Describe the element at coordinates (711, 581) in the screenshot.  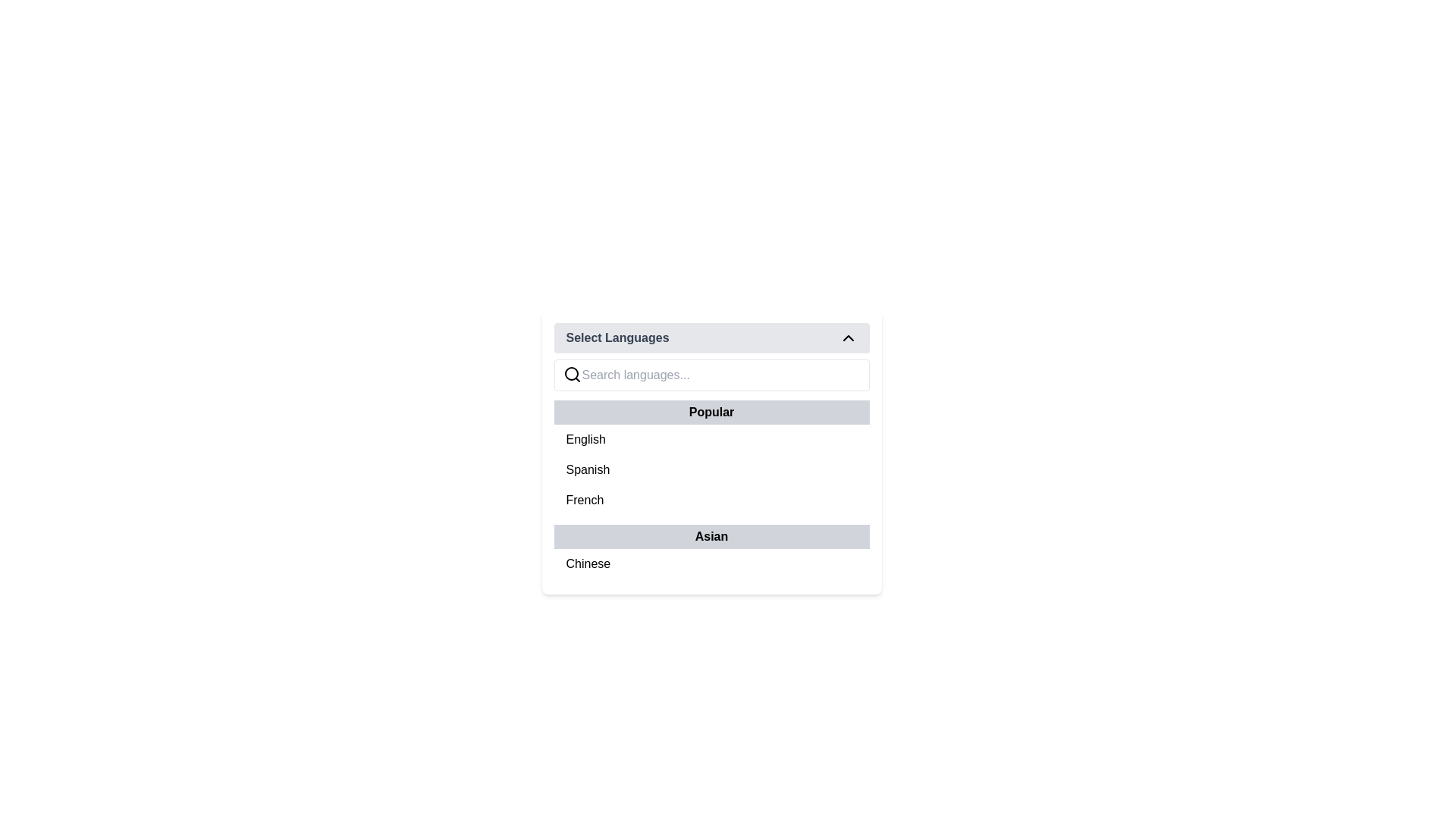
I see `the Asian languages list section, which is the second section` at that location.